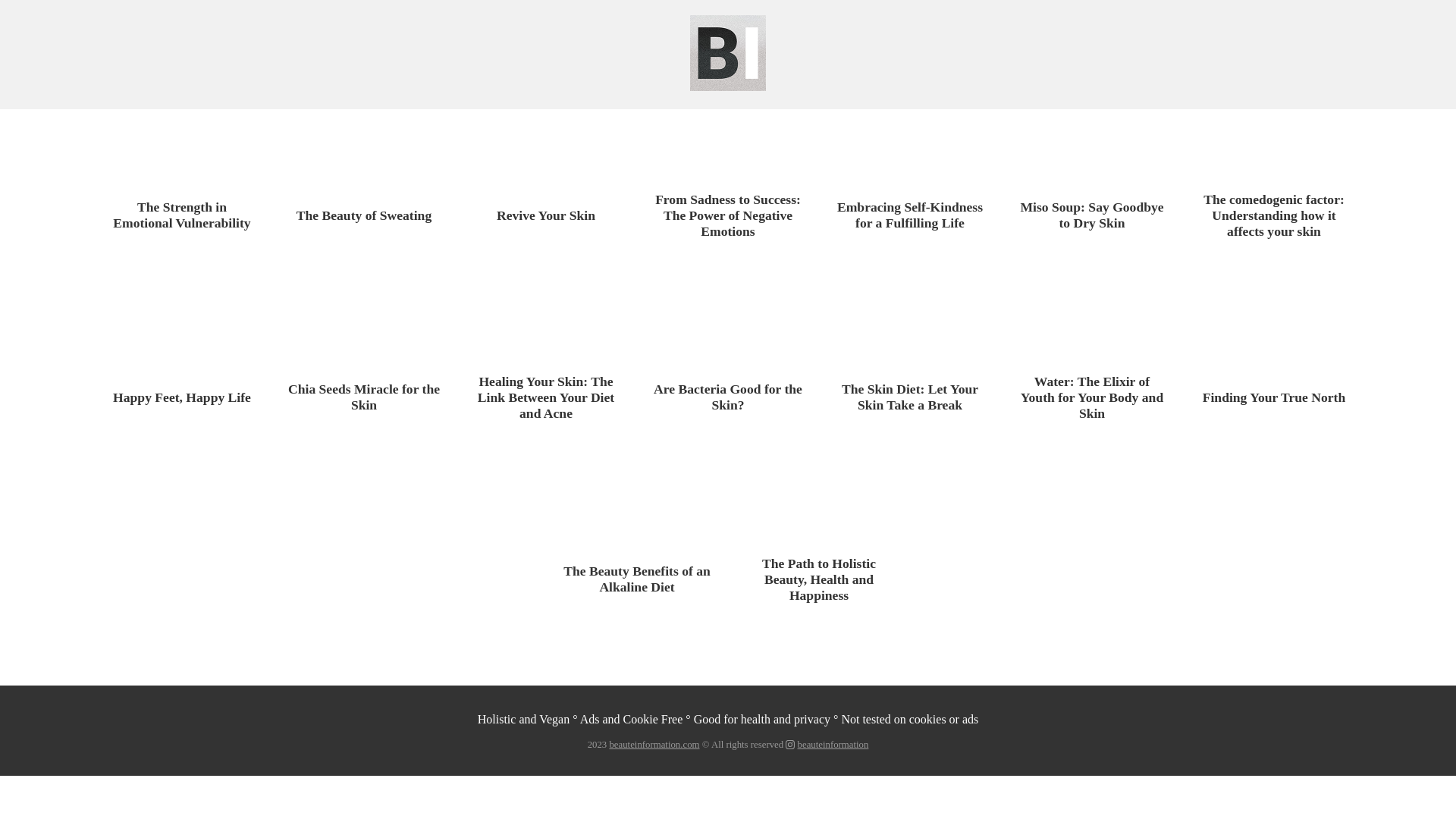  Describe the element at coordinates (608, 744) in the screenshot. I see `'beauteinformation.com'` at that location.